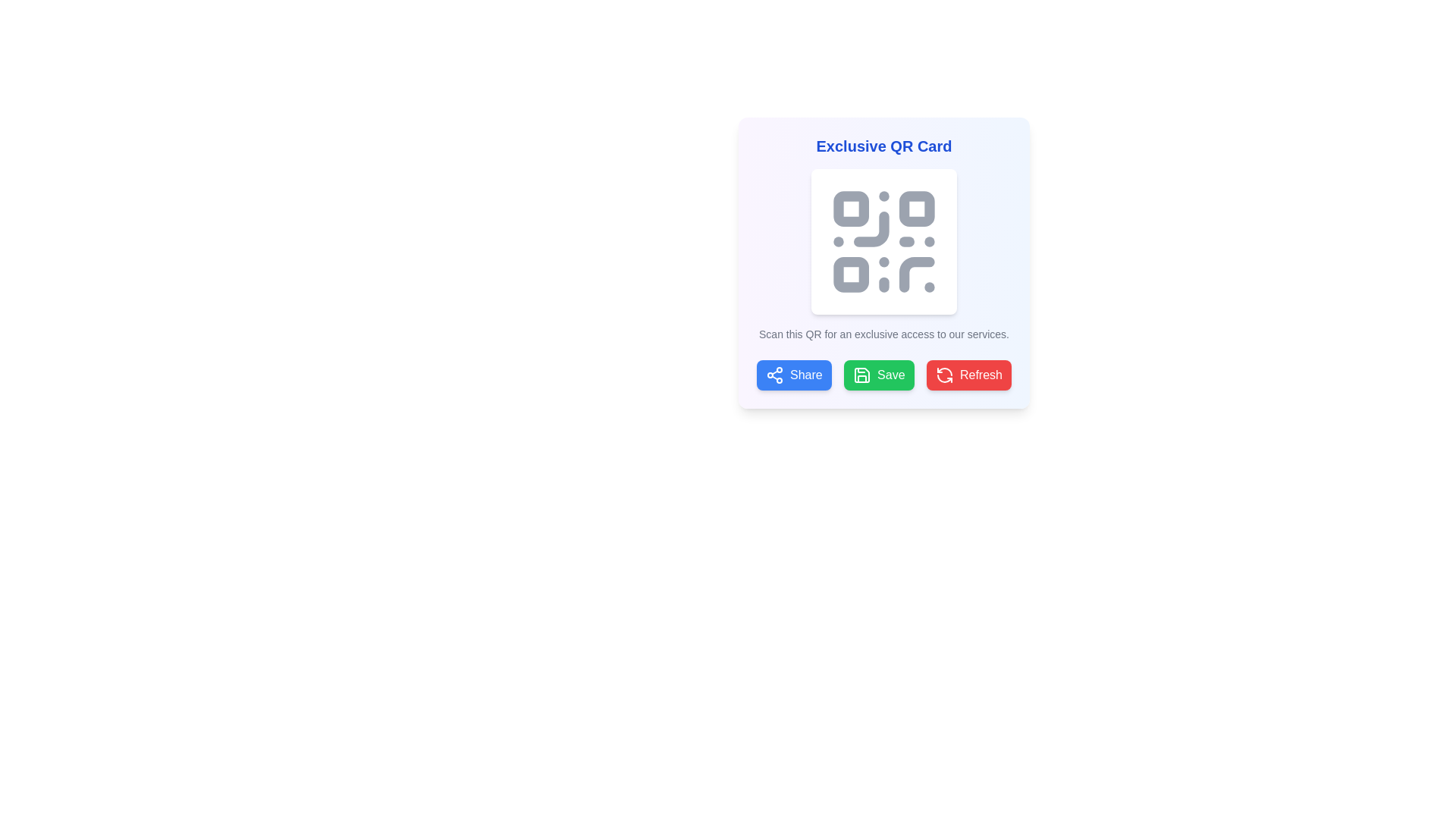 The height and width of the screenshot is (819, 1456). I want to click on the save icon button with a green background, positioned as the second button from the left in a row of action buttons, to trigger a tooltip display, so click(862, 375).